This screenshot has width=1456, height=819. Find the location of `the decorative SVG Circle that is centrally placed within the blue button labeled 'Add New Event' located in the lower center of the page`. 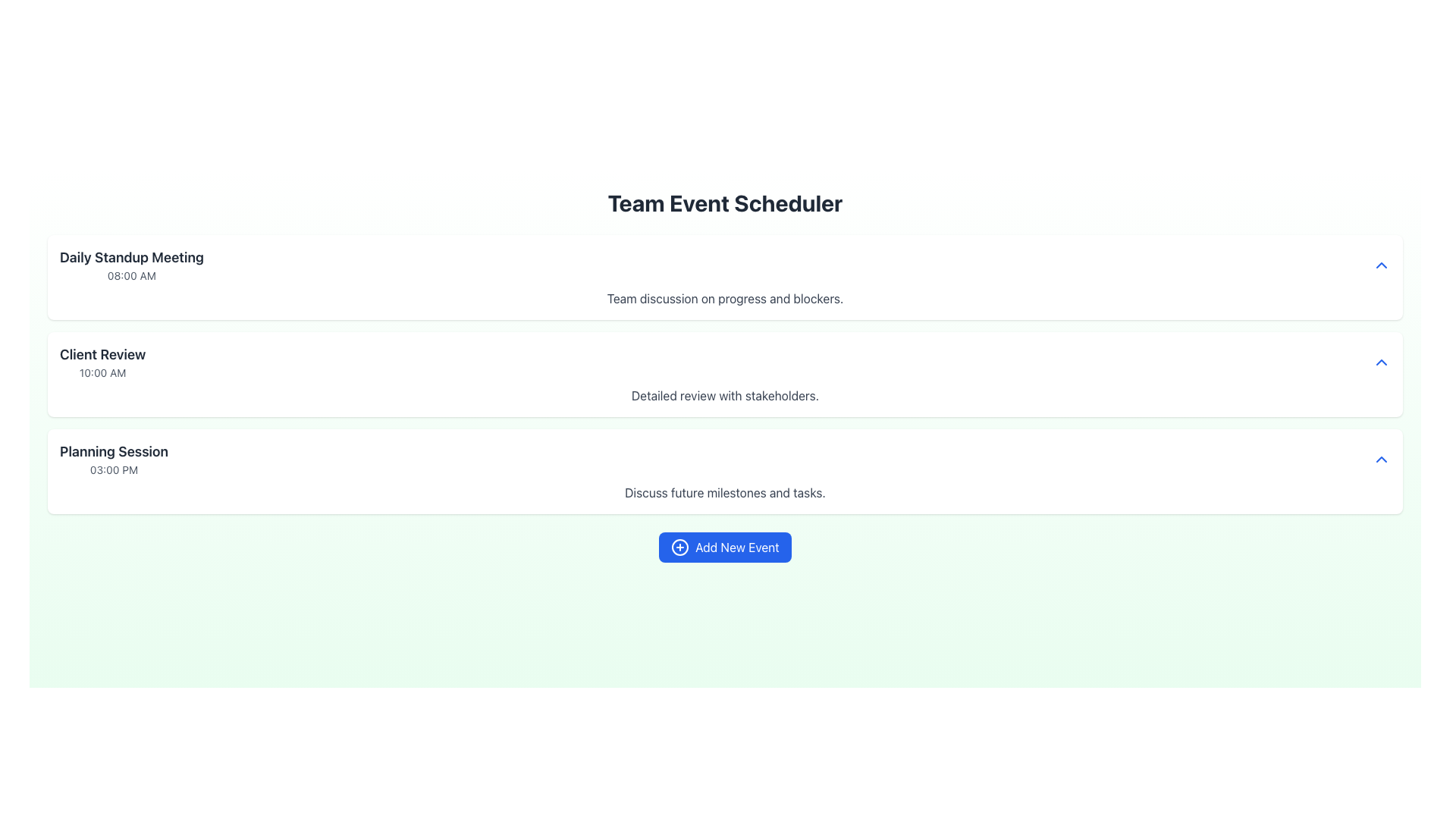

the decorative SVG Circle that is centrally placed within the blue button labeled 'Add New Event' located in the lower center of the page is located at coordinates (679, 547).